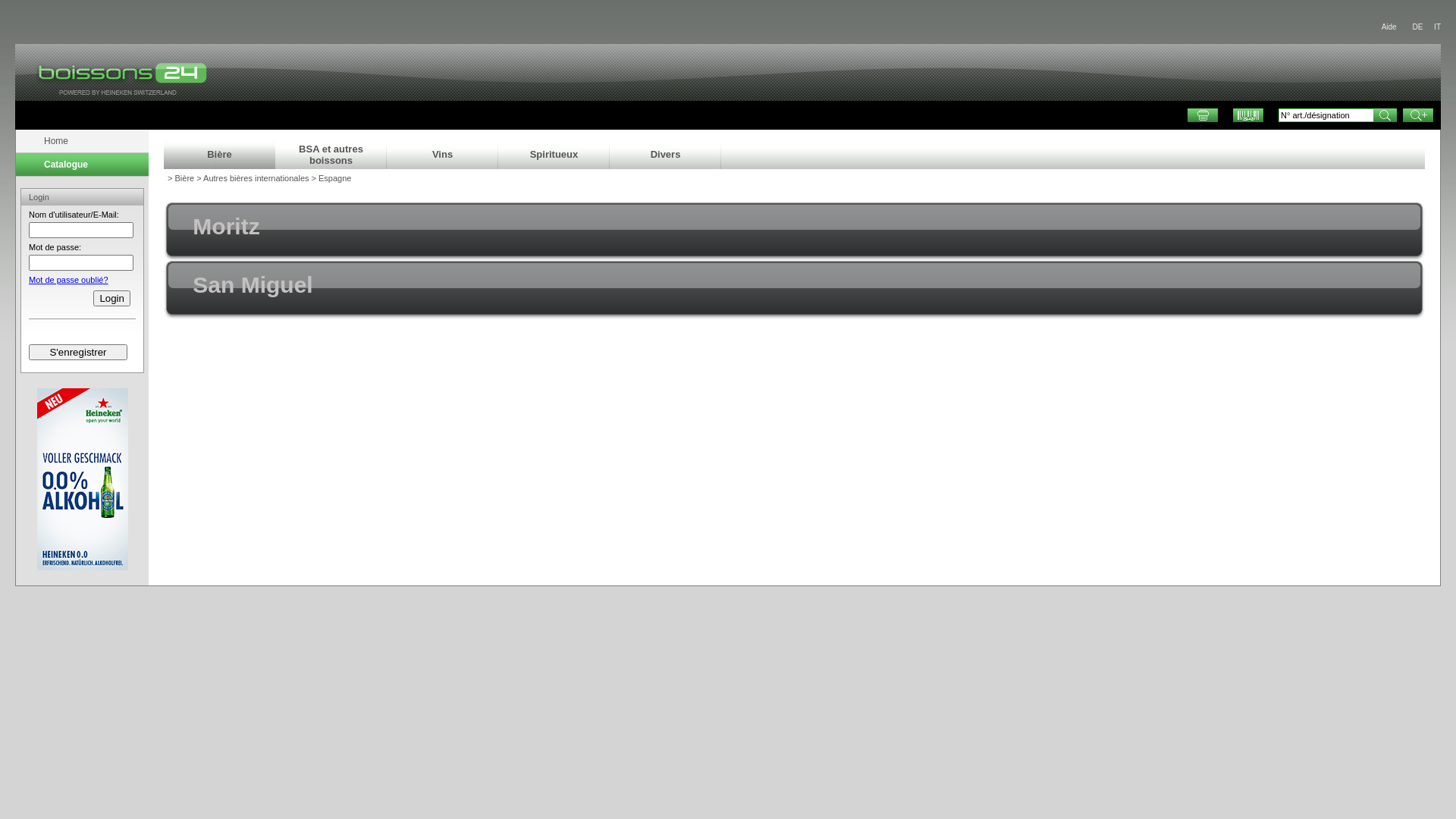 The width and height of the screenshot is (1456, 819). What do you see at coordinates (330, 155) in the screenshot?
I see `'BSA et autres boissons'` at bounding box center [330, 155].